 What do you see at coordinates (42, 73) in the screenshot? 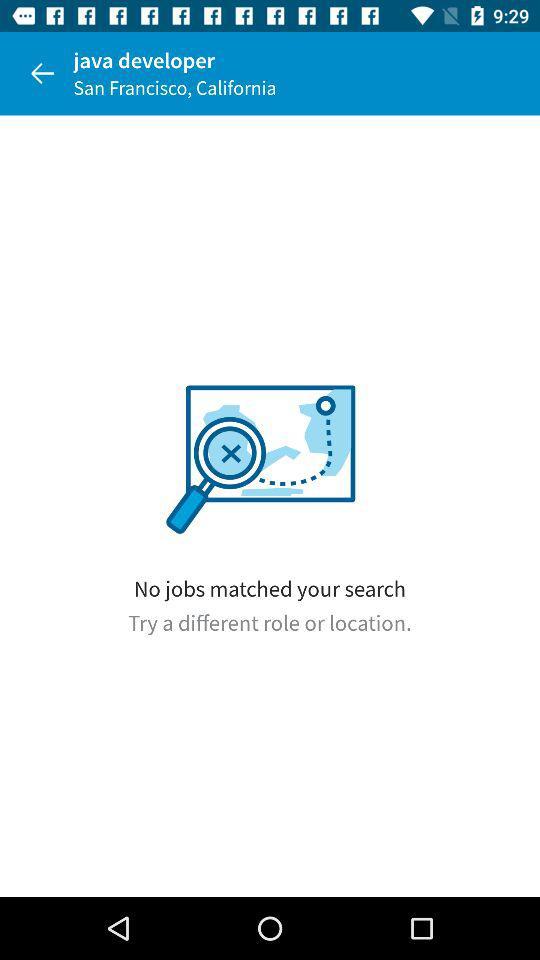
I see `the item above no jobs matched` at bounding box center [42, 73].